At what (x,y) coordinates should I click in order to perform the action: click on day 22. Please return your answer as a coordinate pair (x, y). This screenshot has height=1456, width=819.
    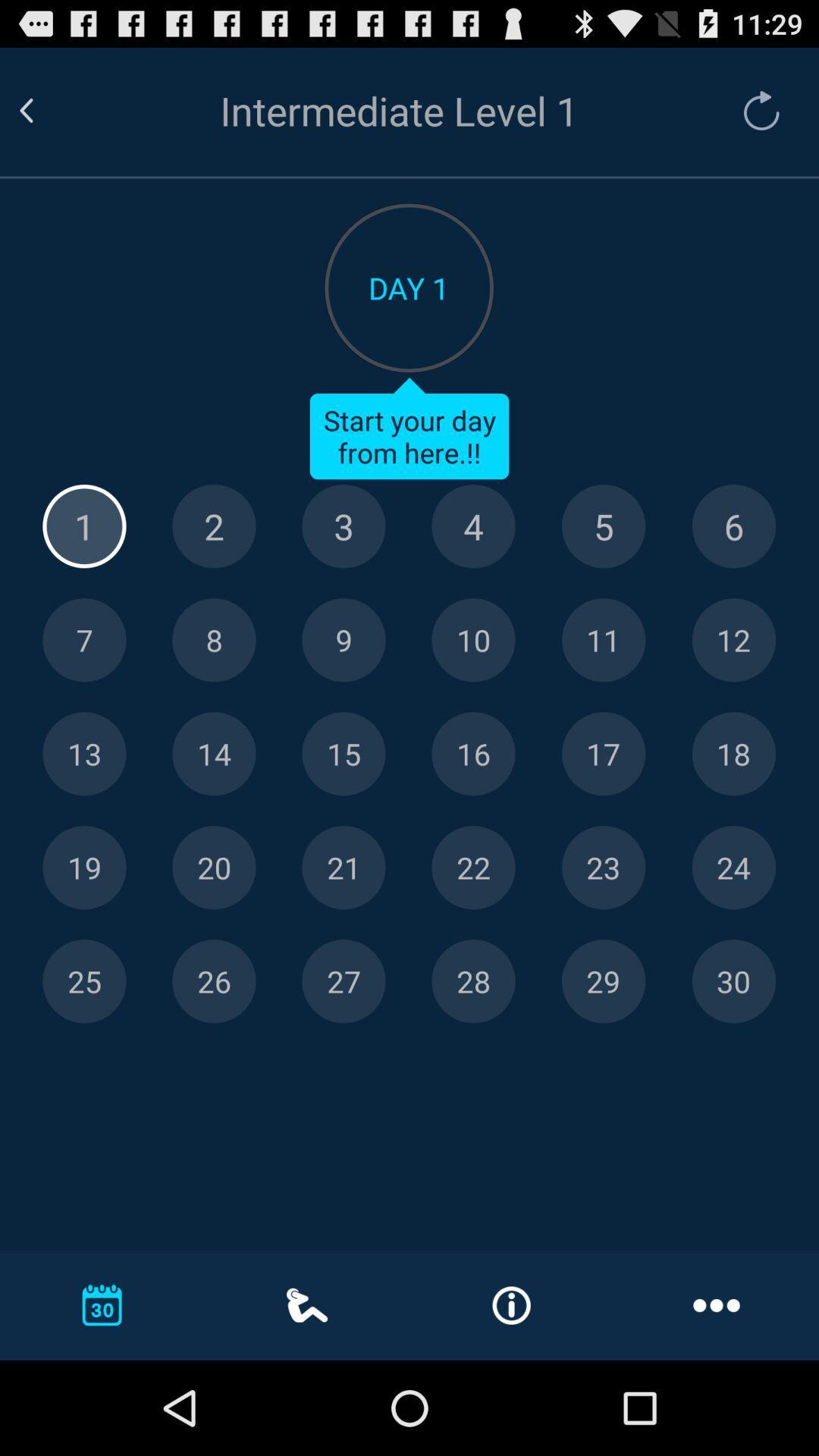
    Looking at the image, I should click on (472, 868).